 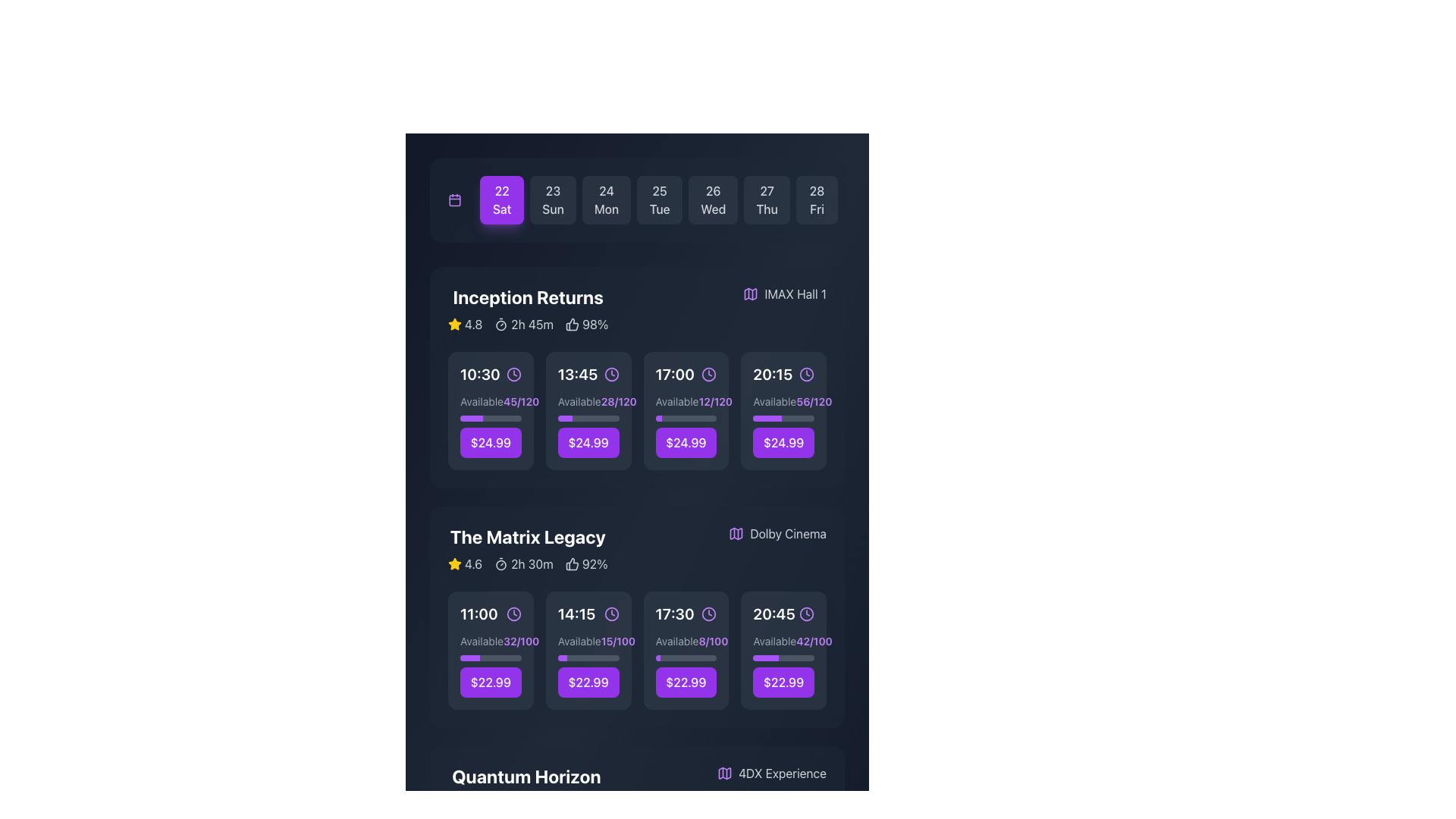 What do you see at coordinates (783, 649) in the screenshot?
I see `the button` at bounding box center [783, 649].